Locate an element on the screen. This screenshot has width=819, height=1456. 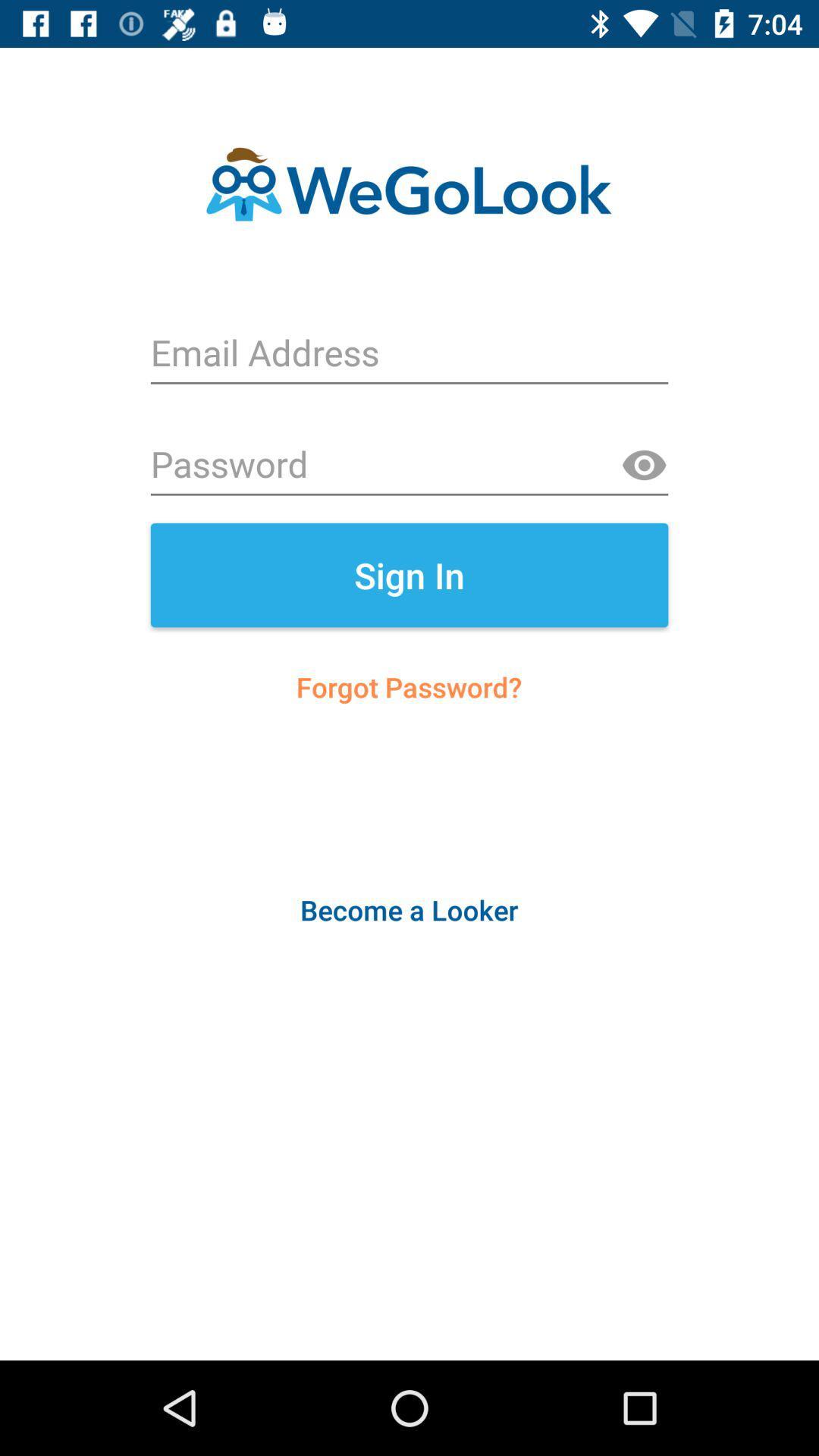
the password is located at coordinates (409, 465).